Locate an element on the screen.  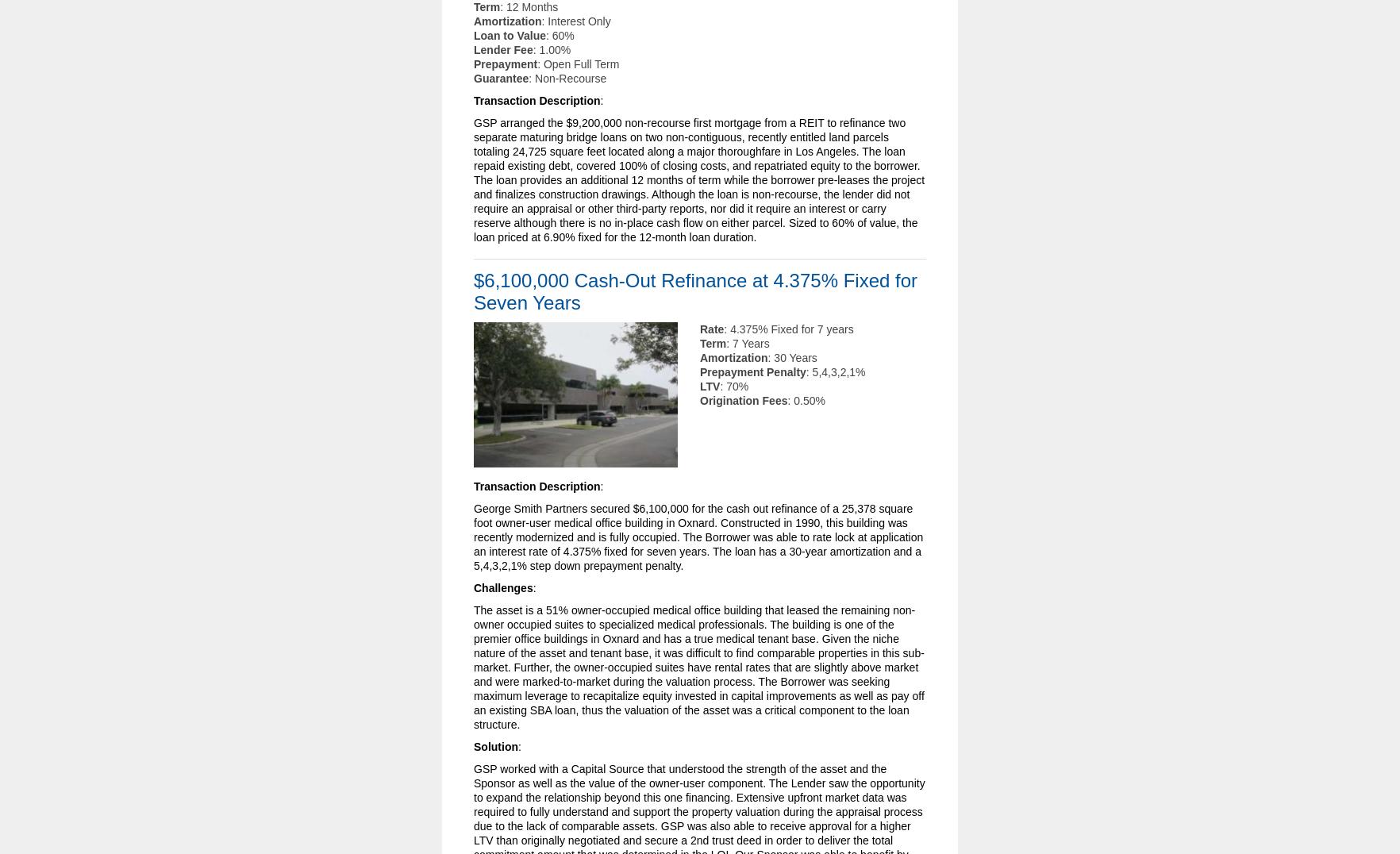
': 0.50%' is located at coordinates (805, 400).